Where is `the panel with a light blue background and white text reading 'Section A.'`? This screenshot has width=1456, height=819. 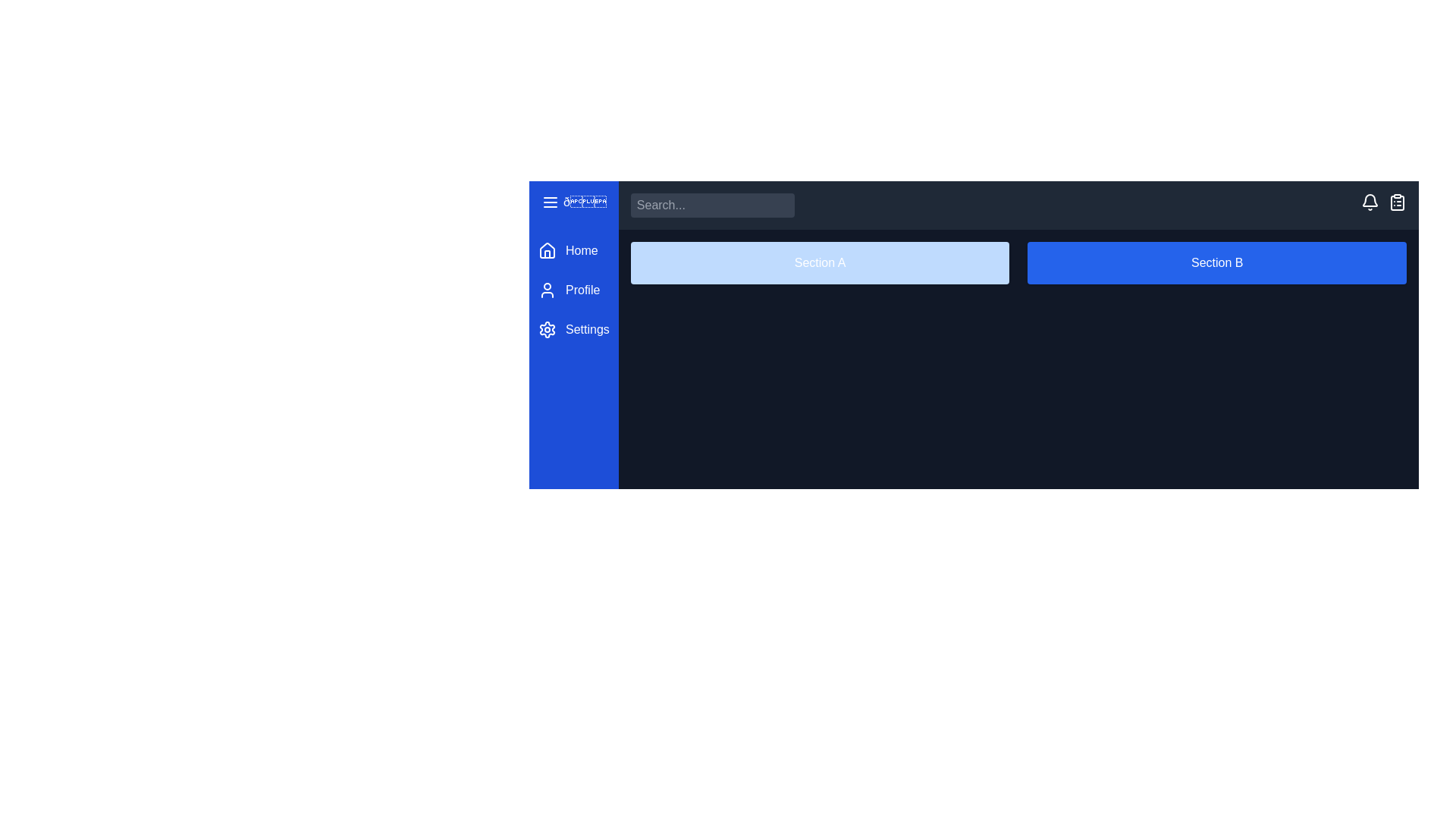
the panel with a light blue background and white text reading 'Section A.' is located at coordinates (819, 262).